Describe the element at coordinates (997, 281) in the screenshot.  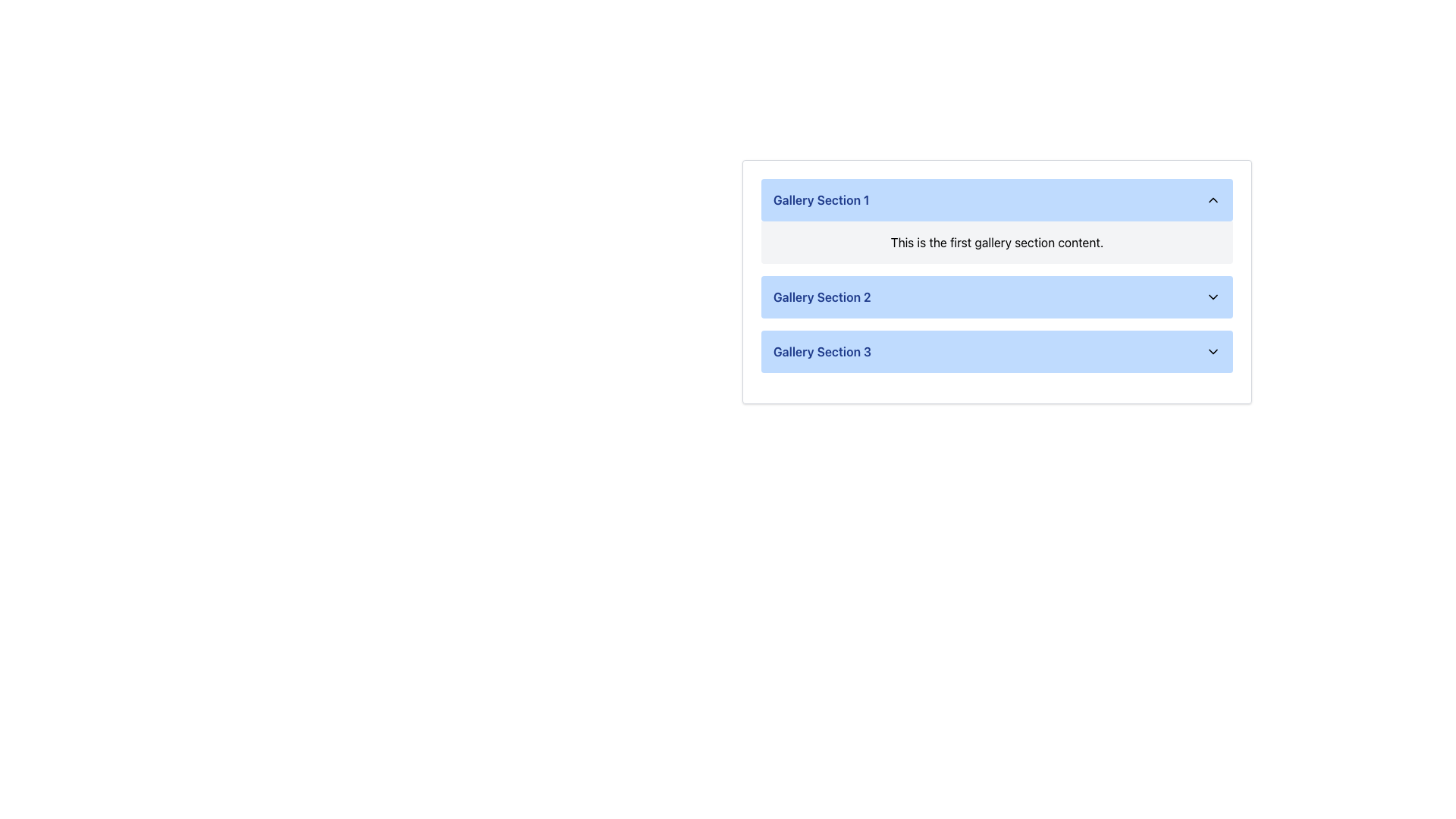
I see `the second Collapsible Section Header` at that location.